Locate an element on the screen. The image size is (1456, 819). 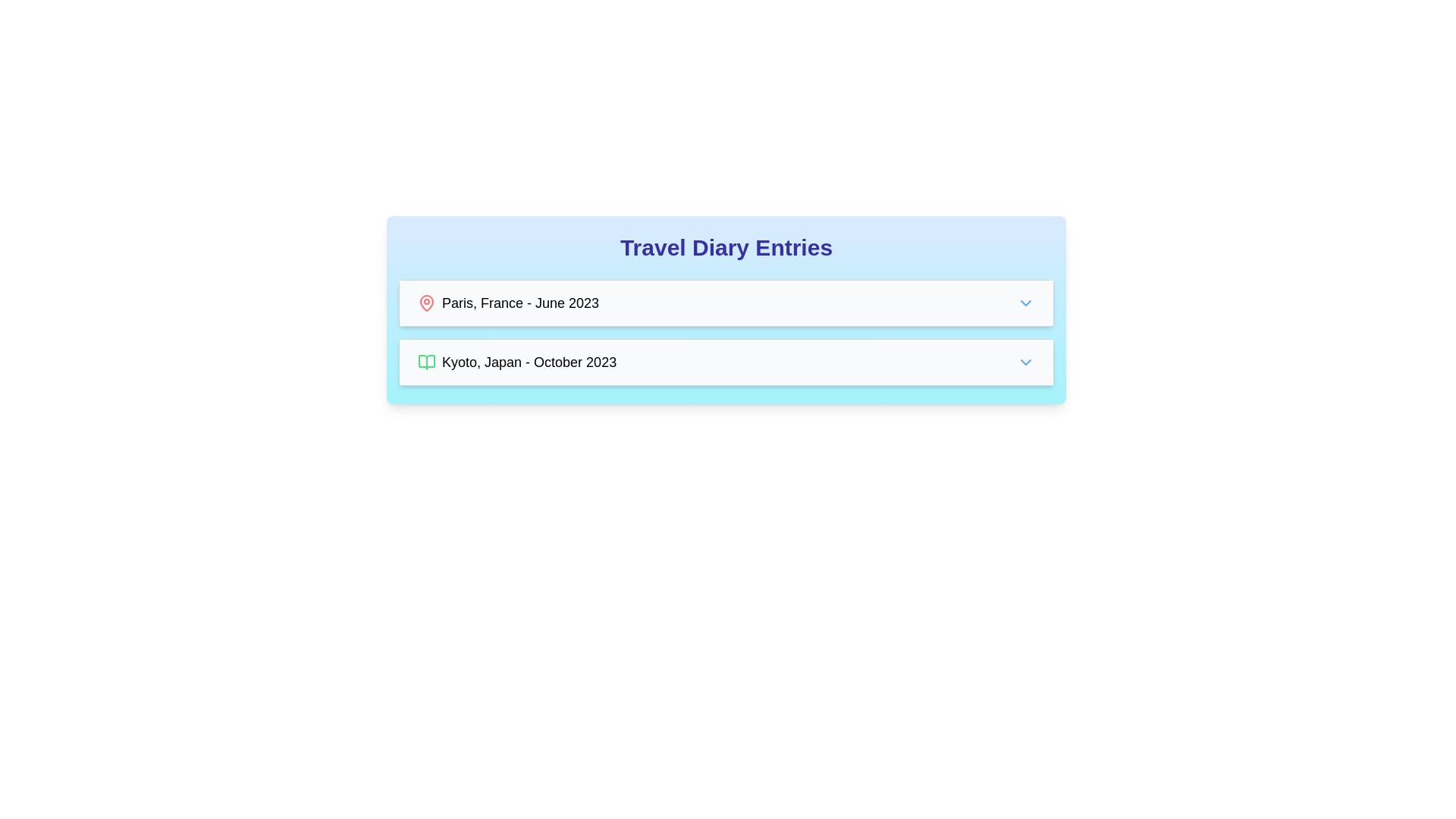
the second list item representing a travel journal entry in the 'Travel Diary Entries' section is located at coordinates (726, 362).